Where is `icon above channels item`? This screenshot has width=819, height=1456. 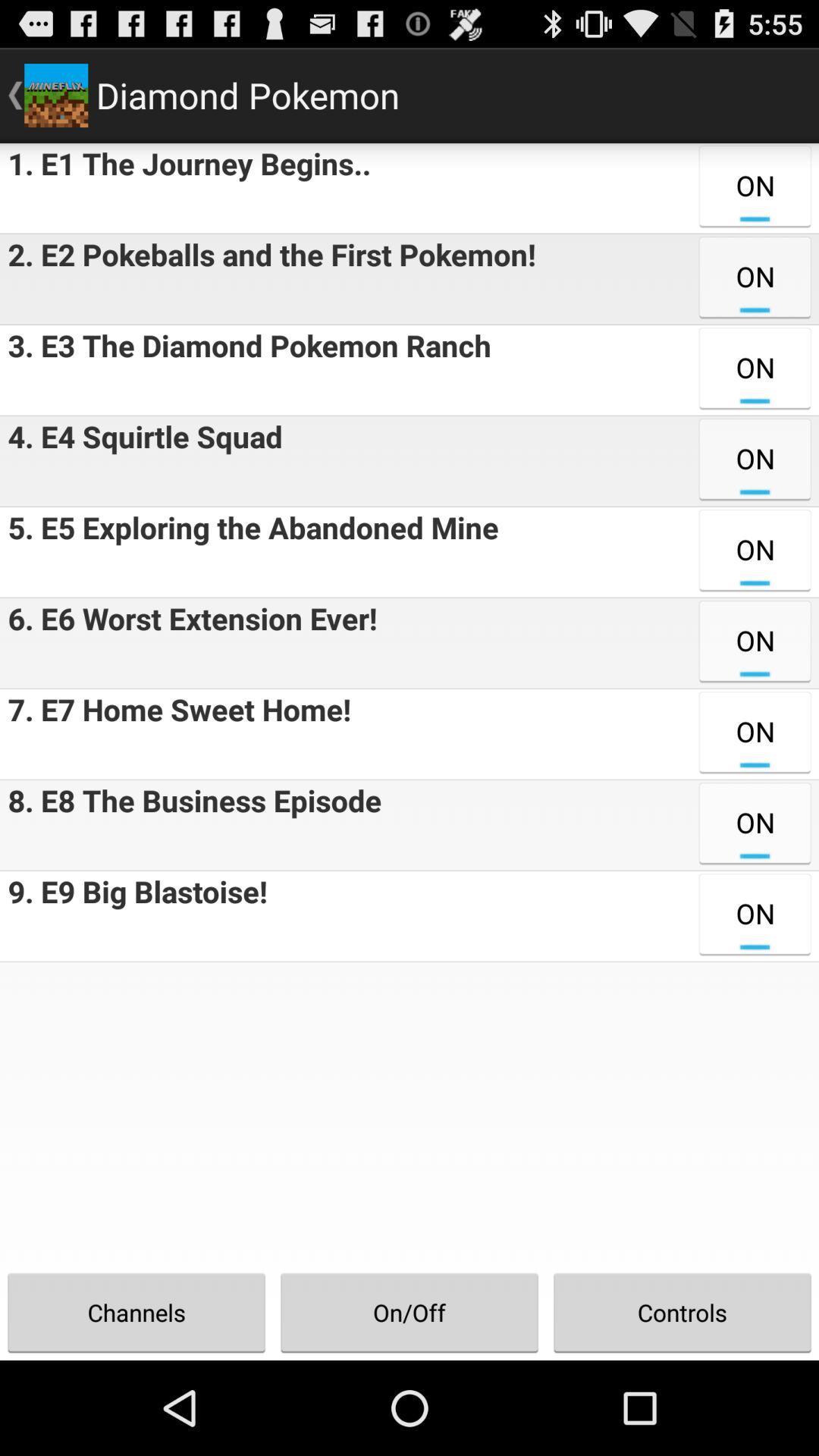 icon above channels item is located at coordinates (133, 915).